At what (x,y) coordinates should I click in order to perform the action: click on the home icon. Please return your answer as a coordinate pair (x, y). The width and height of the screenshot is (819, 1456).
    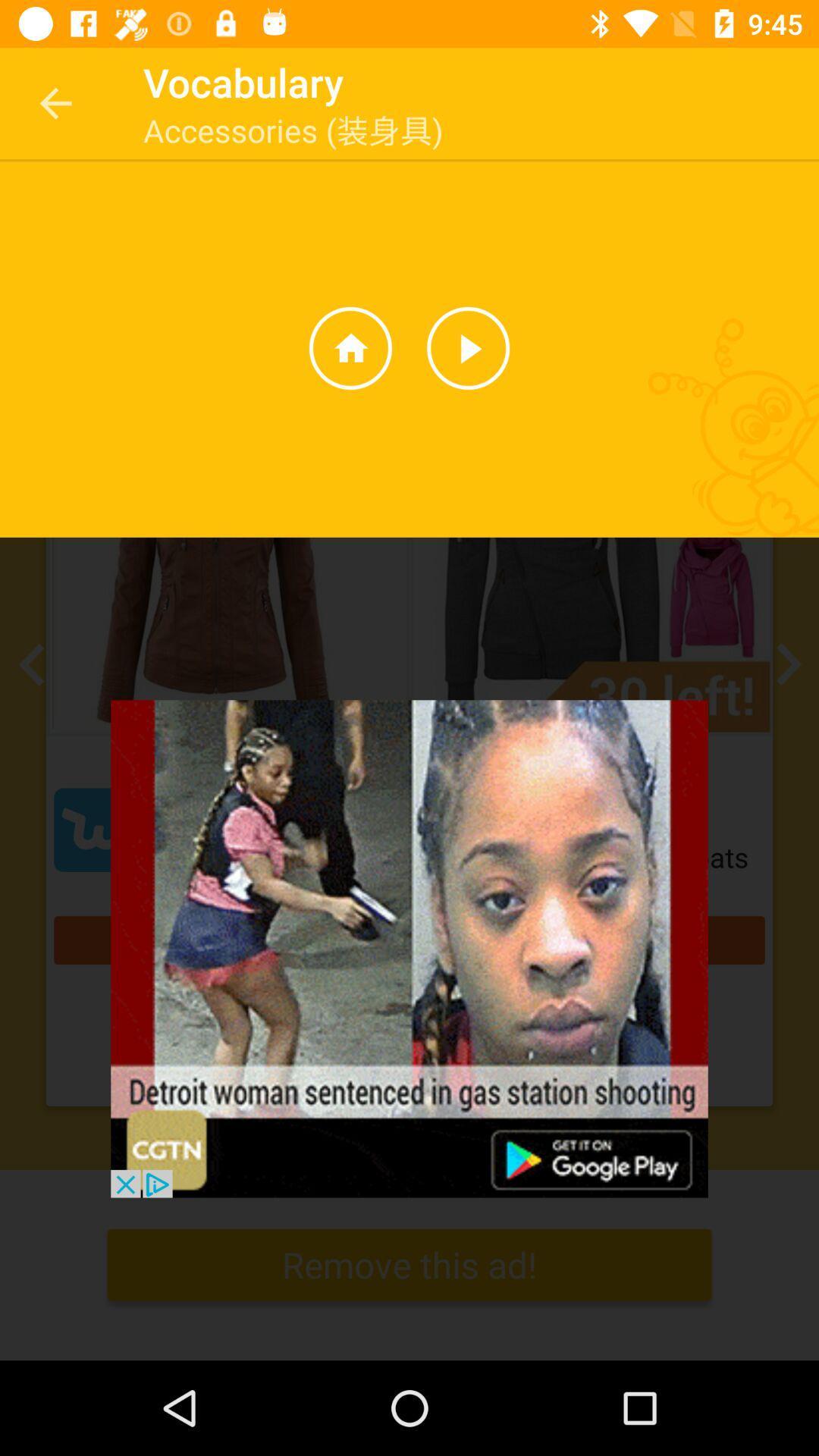
    Looking at the image, I should click on (350, 347).